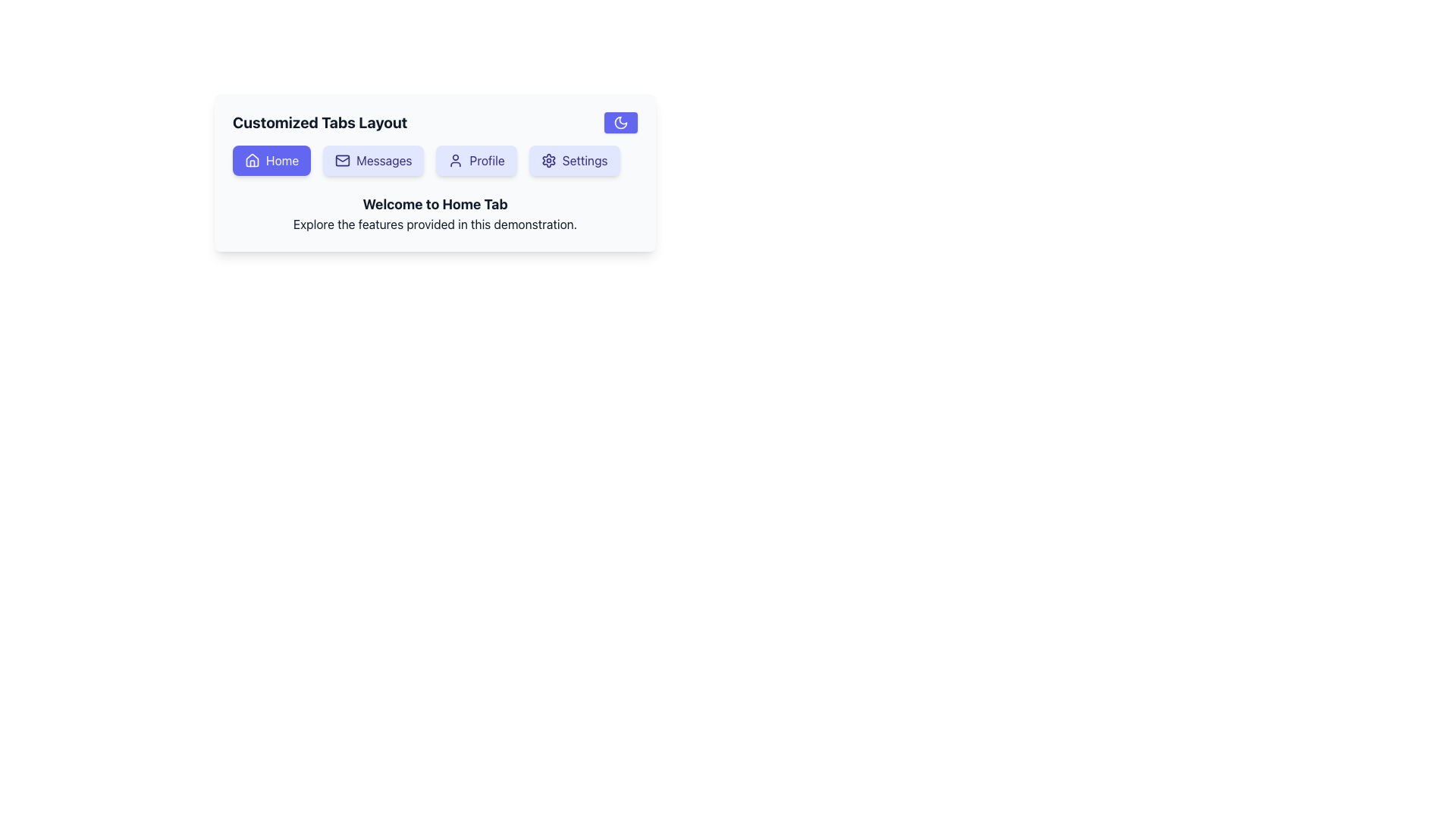 The image size is (1456, 819). Describe the element at coordinates (271, 161) in the screenshot. I see `the Home button located at the top section of the interface` at that location.